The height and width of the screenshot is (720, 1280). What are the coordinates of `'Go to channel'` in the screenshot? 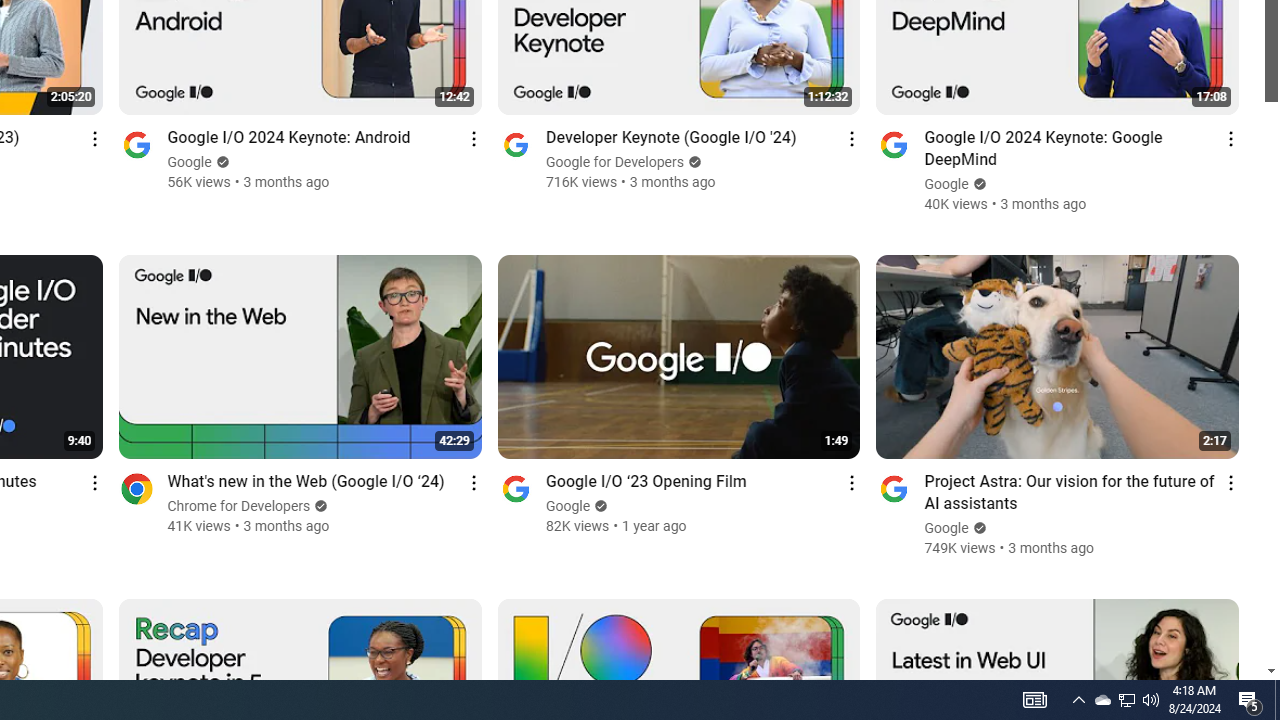 It's located at (893, 488).